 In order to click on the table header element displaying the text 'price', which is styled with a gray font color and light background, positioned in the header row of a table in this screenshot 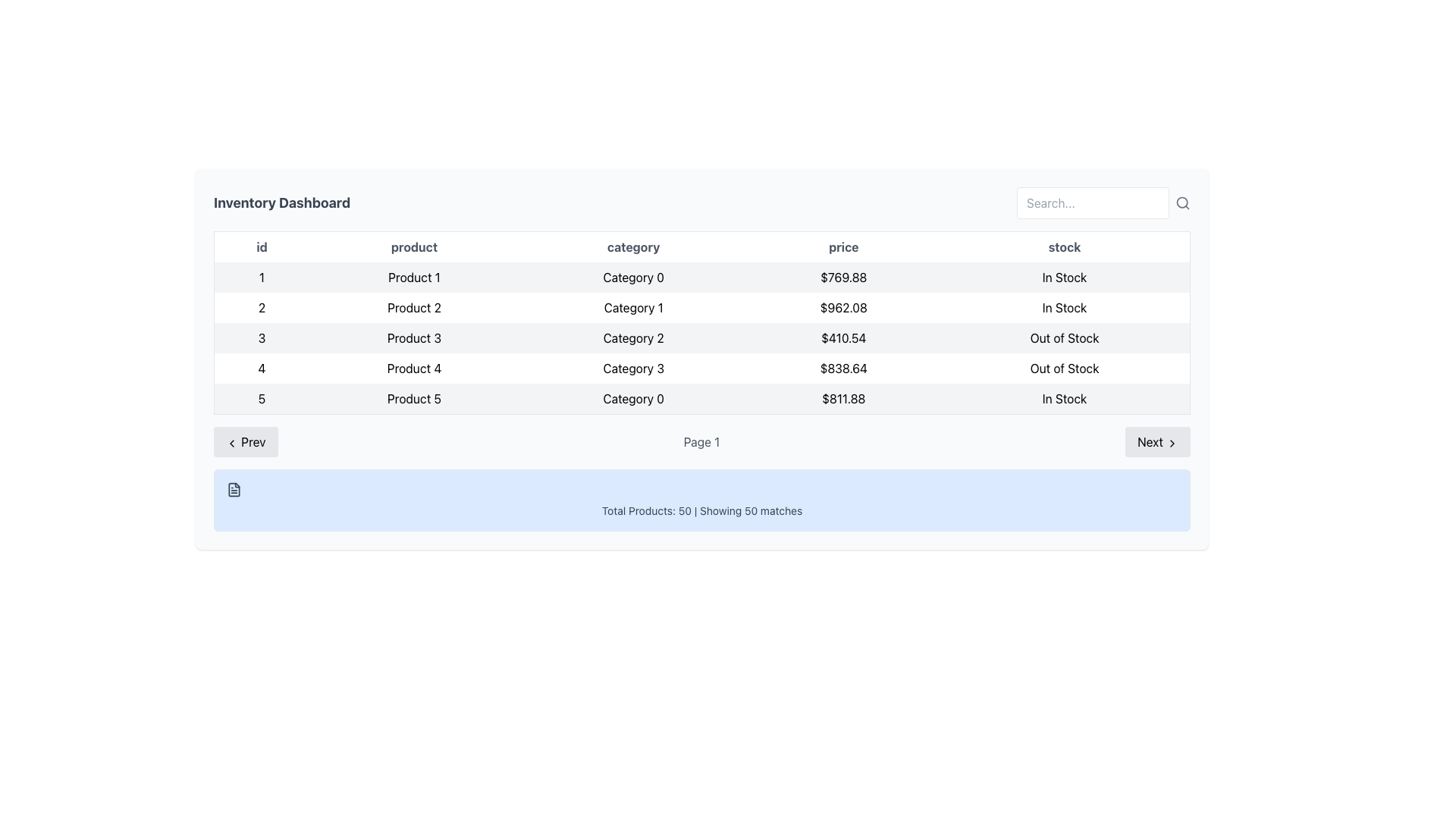, I will do `click(843, 246)`.